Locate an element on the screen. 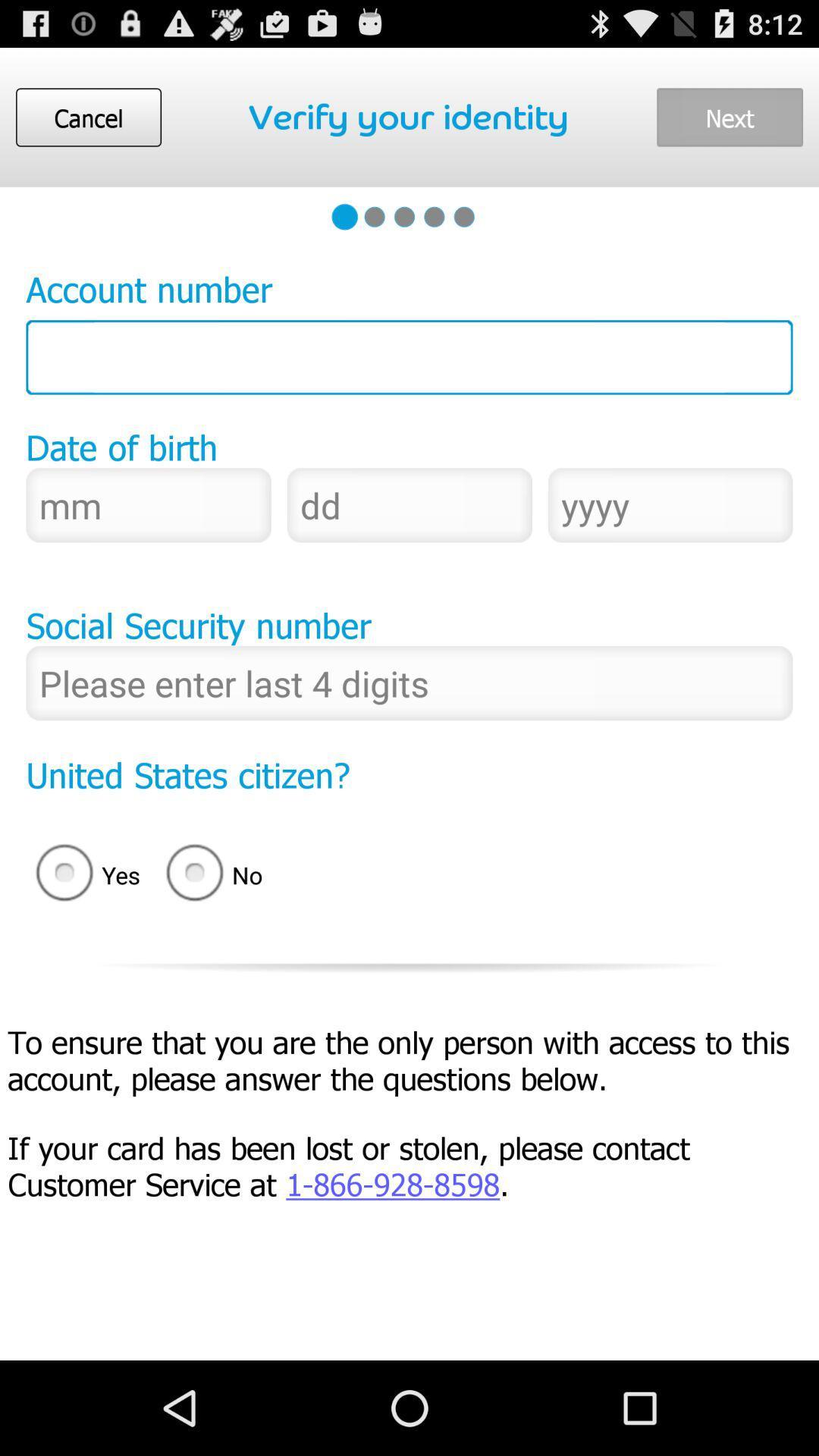  the next is located at coordinates (729, 116).